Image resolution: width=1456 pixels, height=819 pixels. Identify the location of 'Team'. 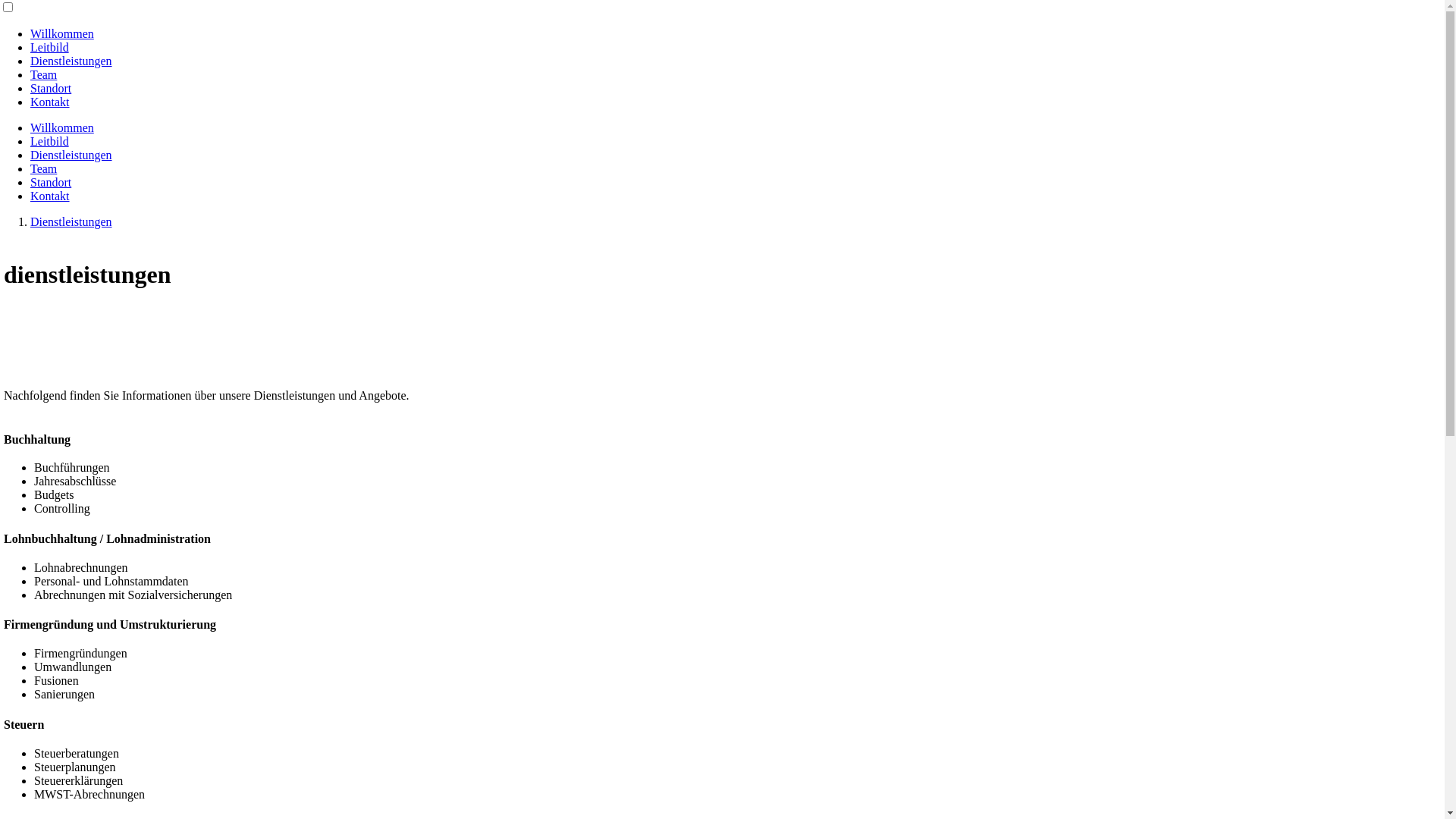
(43, 168).